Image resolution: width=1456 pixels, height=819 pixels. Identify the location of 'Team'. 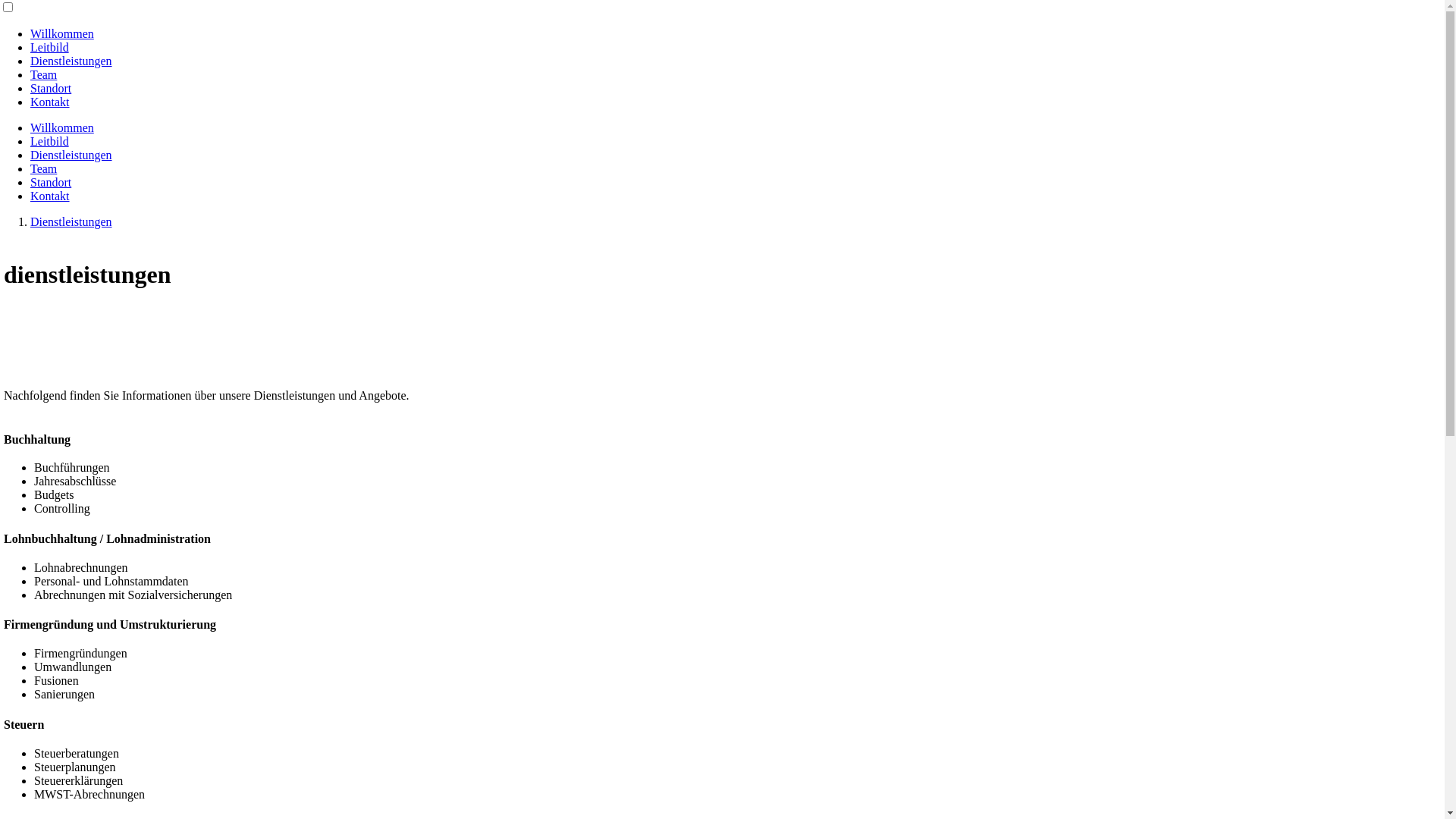
(43, 168).